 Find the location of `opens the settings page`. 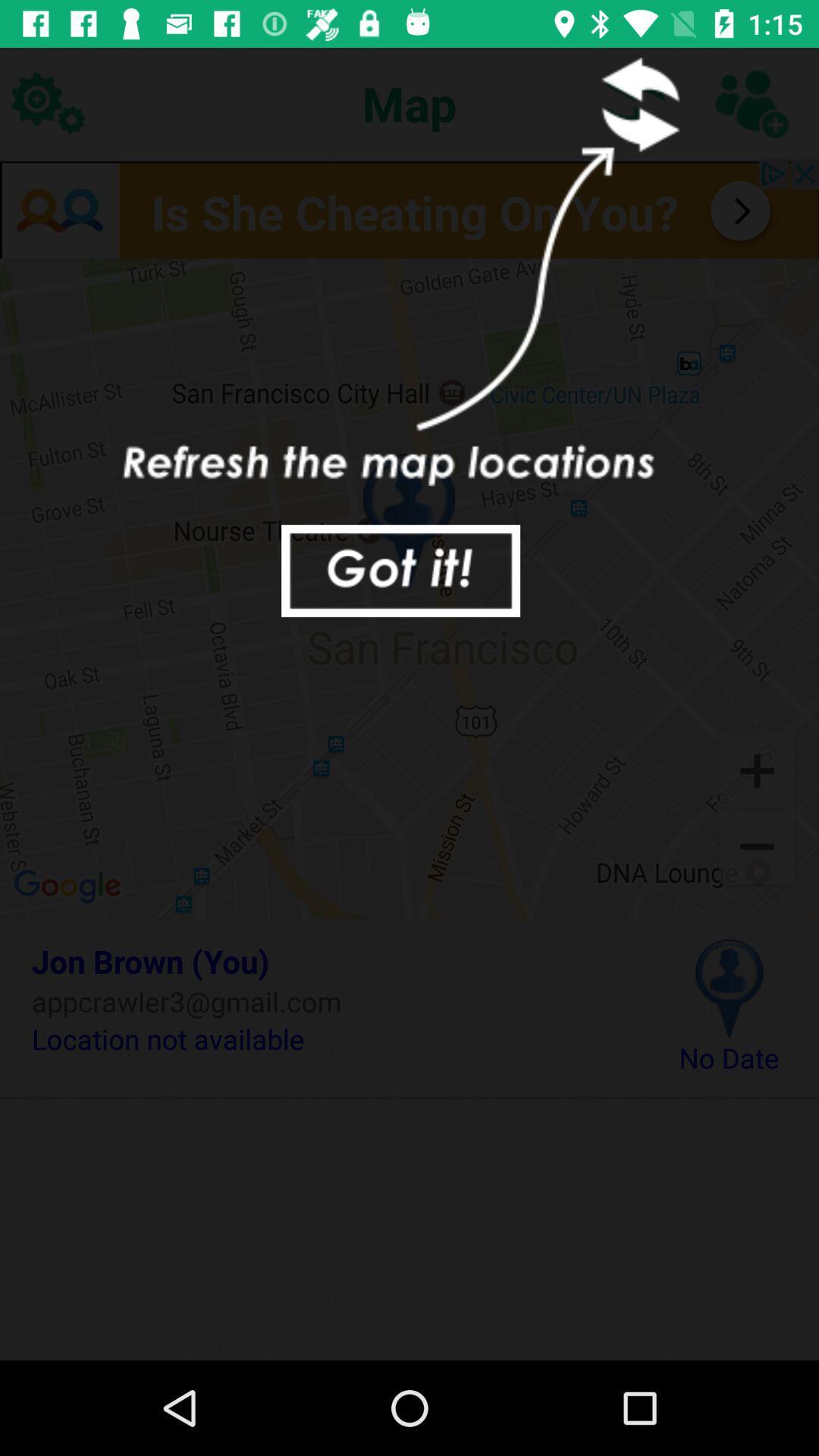

opens the settings page is located at coordinates (46, 102).